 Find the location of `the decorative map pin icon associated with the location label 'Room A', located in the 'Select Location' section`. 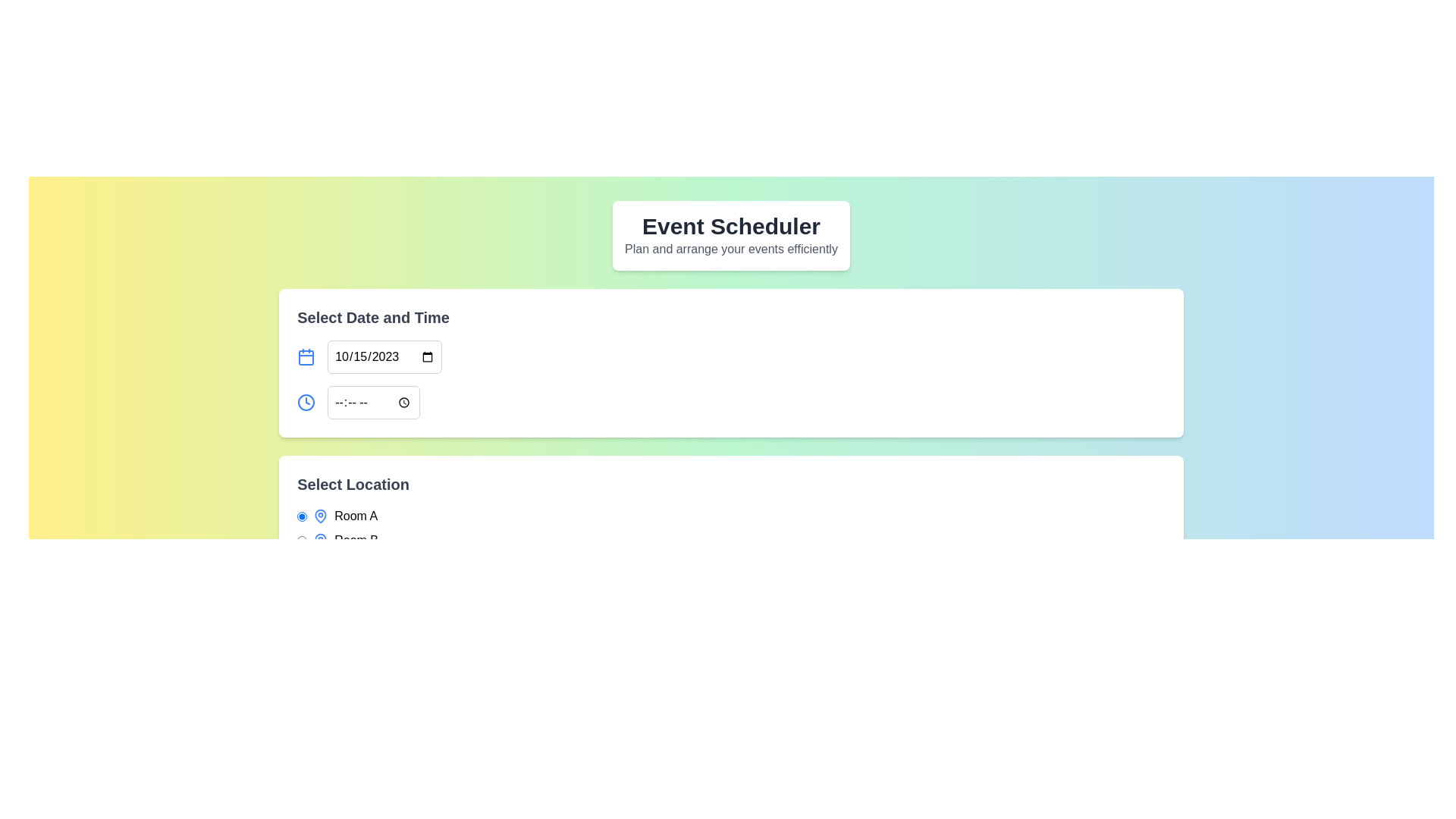

the decorative map pin icon associated with the location label 'Room A', located in the 'Select Location' section is located at coordinates (320, 516).